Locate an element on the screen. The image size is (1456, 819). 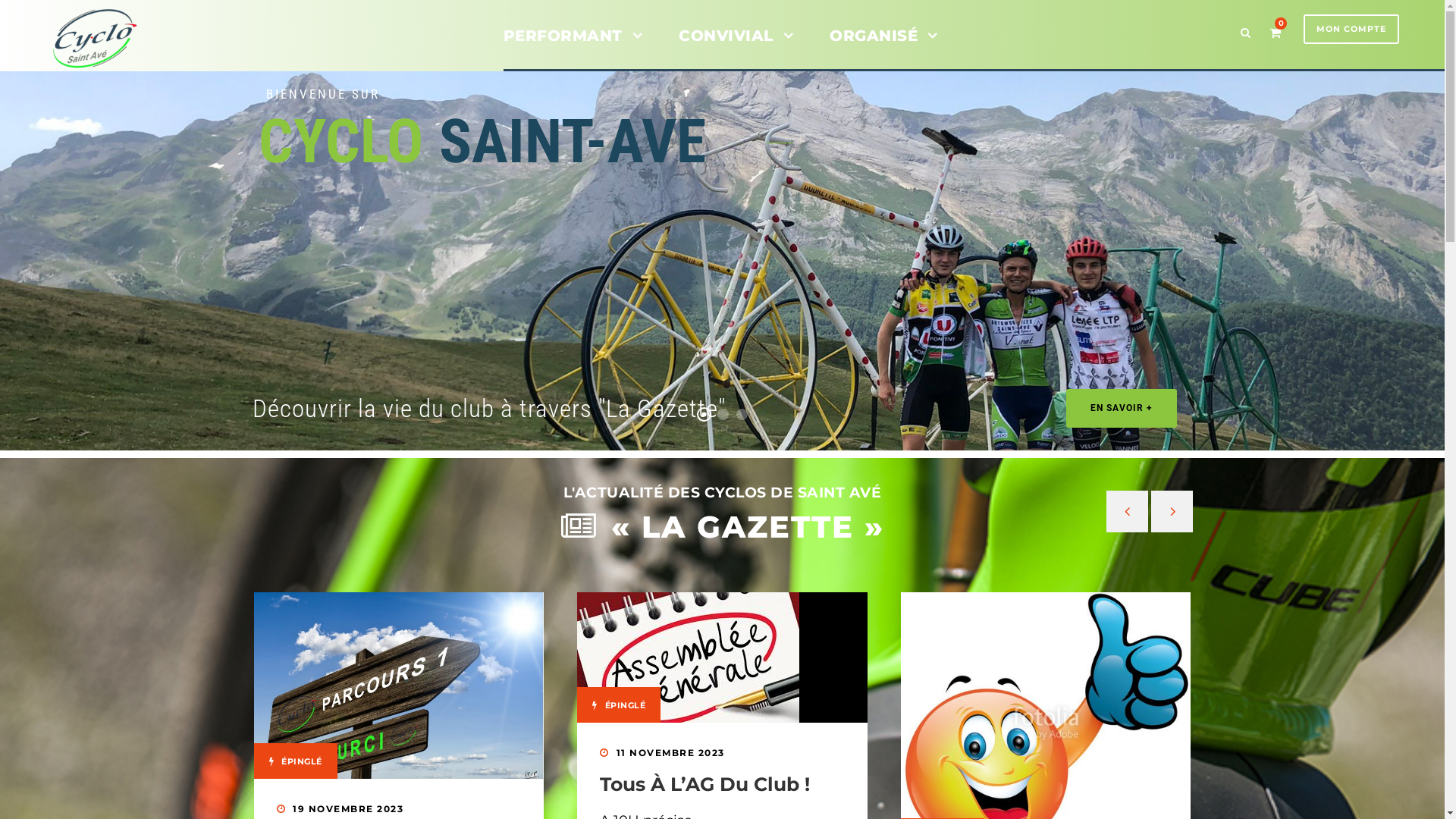
'logo-cyclosaintave' is located at coordinates (45, 37).